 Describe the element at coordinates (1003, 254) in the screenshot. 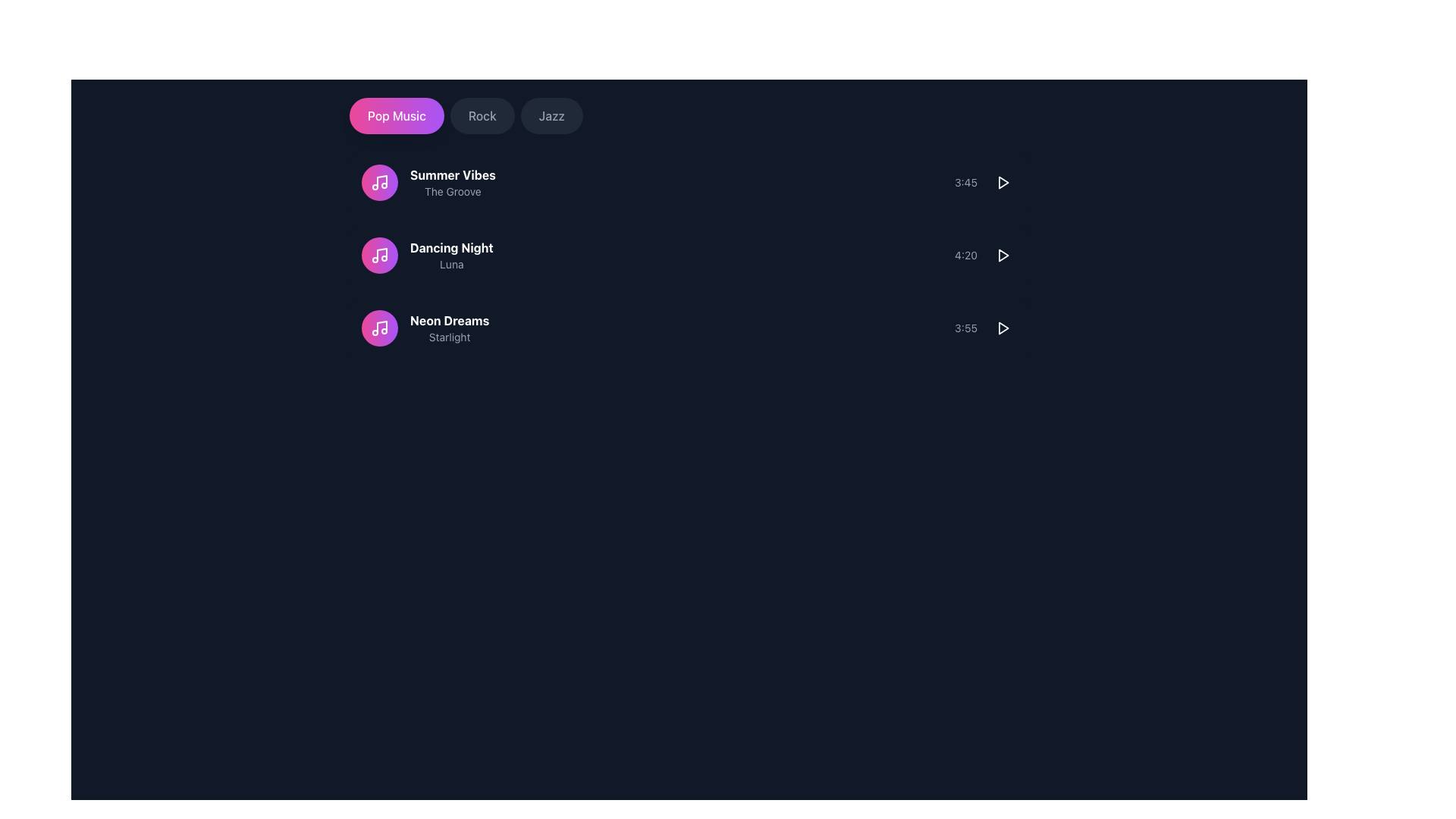

I see `the play button located in the middle of a column of controls on the right section of the interface to initiate playback` at that location.